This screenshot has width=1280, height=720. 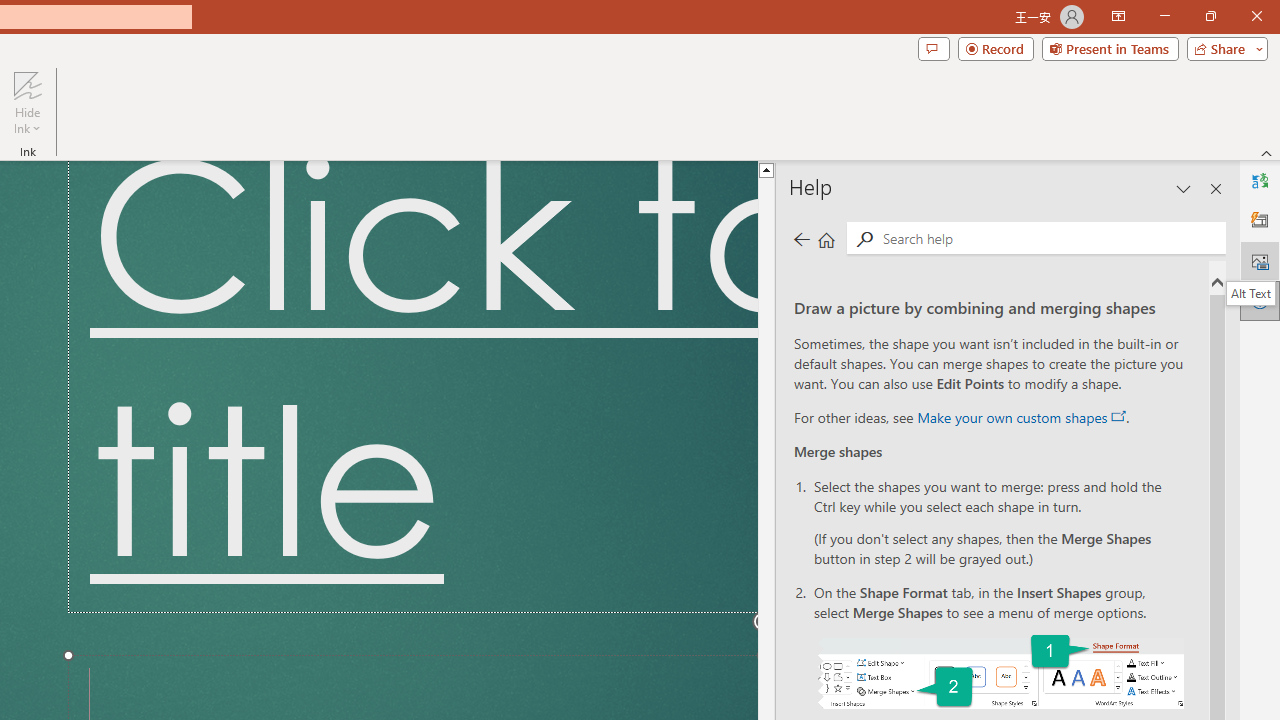 What do you see at coordinates (27, 103) in the screenshot?
I see `'Hide Ink'` at bounding box center [27, 103].